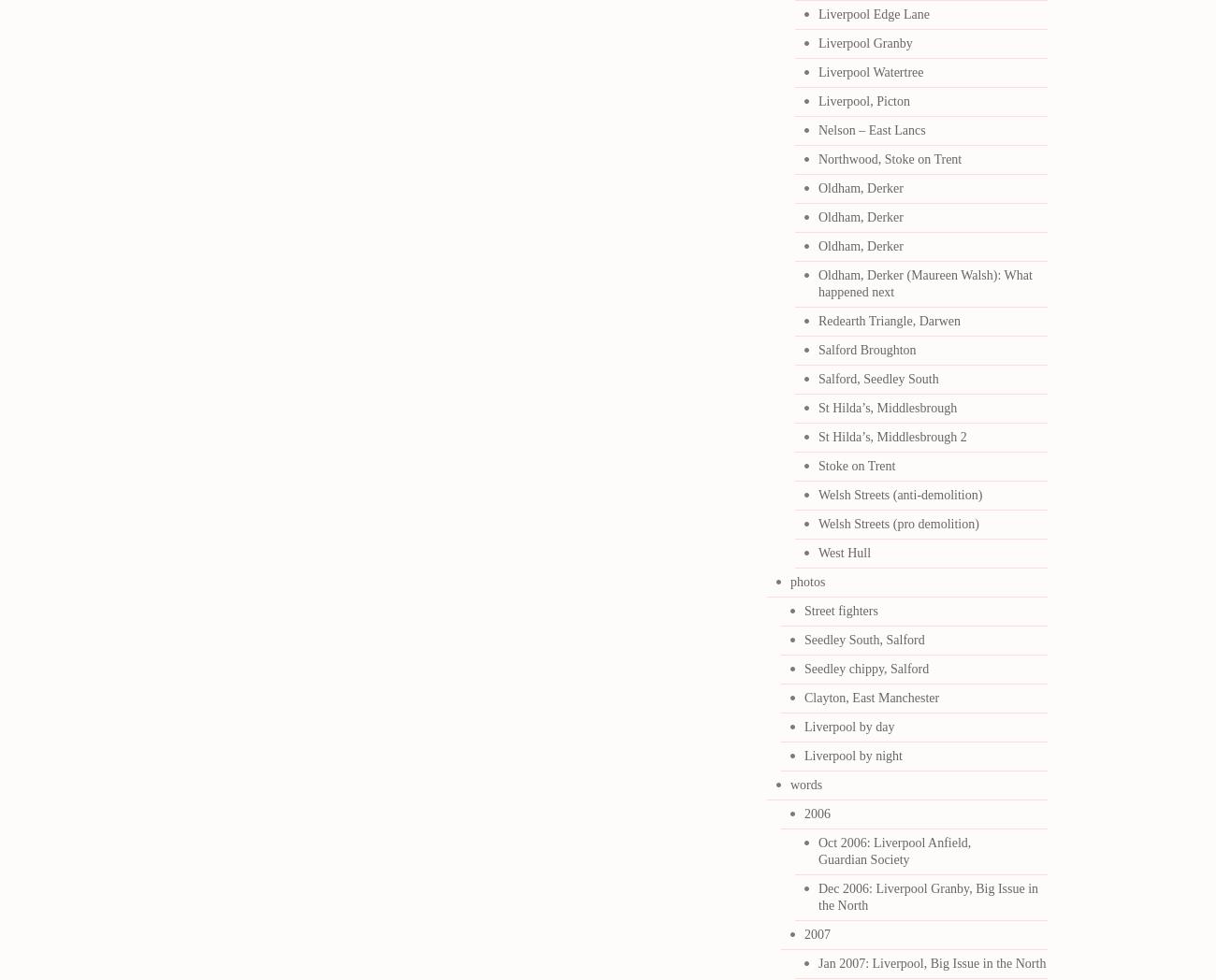 Image resolution: width=1216 pixels, height=980 pixels. Describe the element at coordinates (816, 933) in the screenshot. I see `'2007'` at that location.